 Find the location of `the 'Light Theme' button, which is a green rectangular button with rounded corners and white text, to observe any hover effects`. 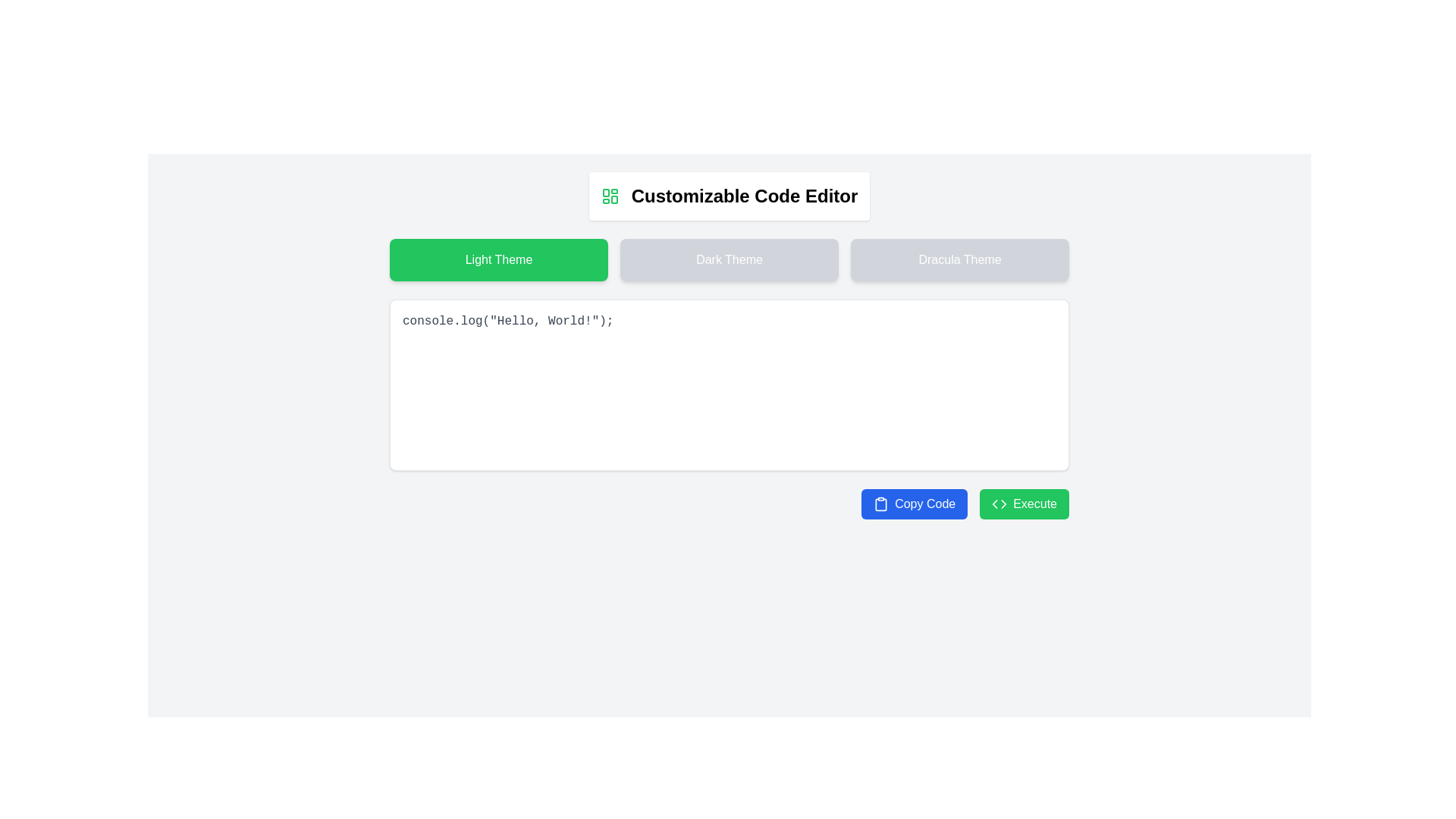

the 'Light Theme' button, which is a green rectangular button with rounded corners and white text, to observe any hover effects is located at coordinates (498, 259).